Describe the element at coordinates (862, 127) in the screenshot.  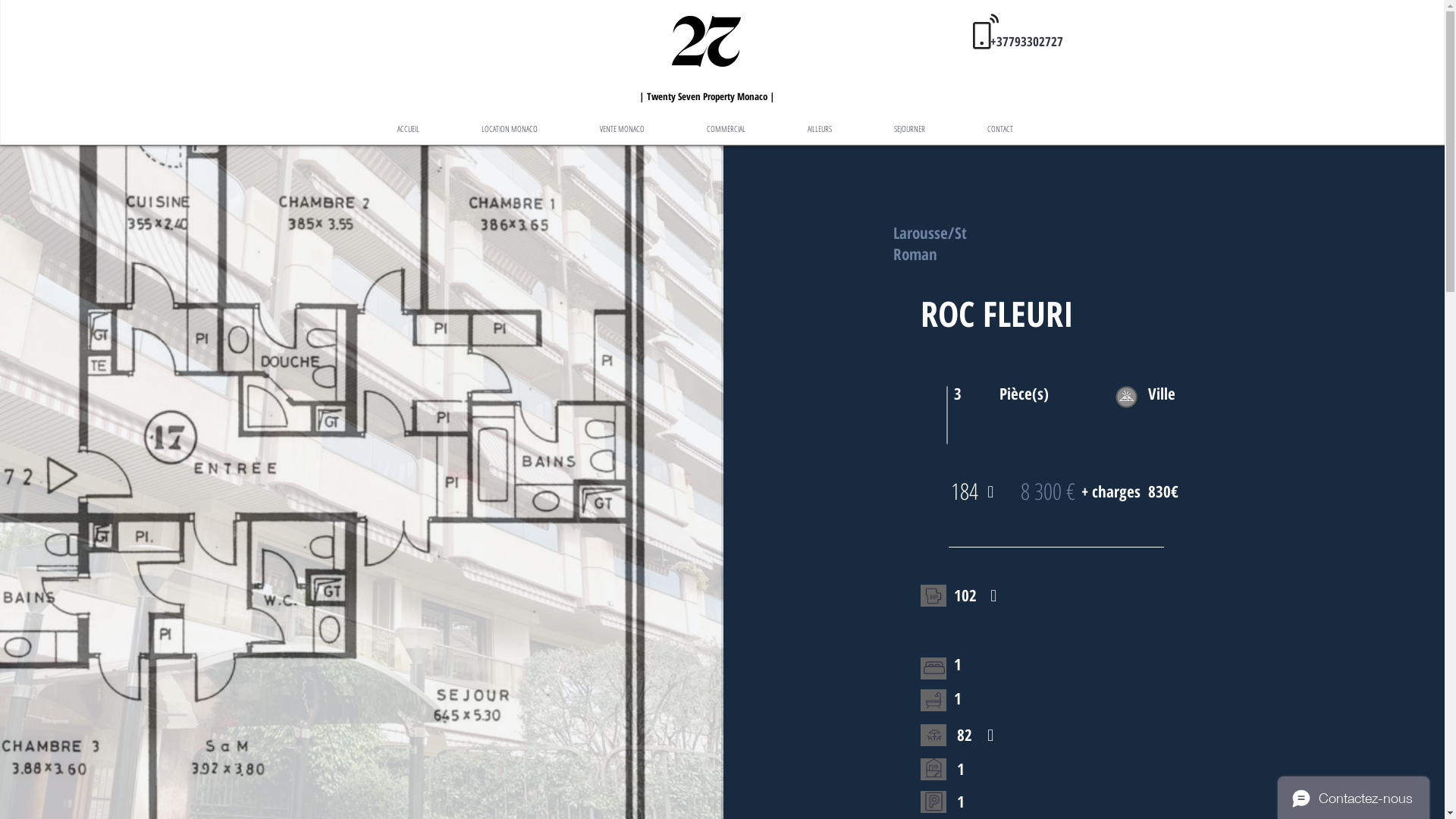
I see `'SEJOURNER'` at that location.